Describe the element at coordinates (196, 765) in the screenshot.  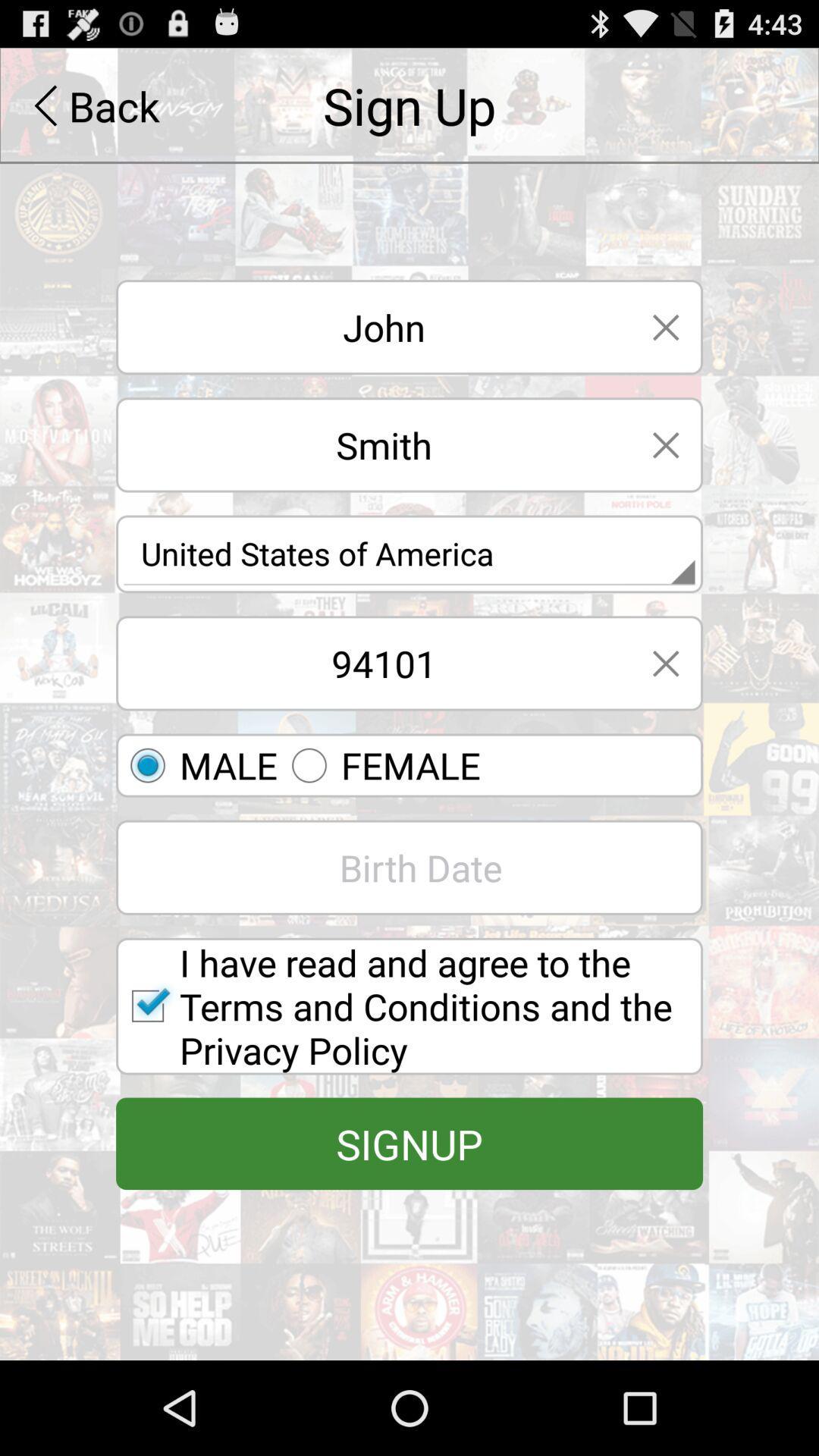
I see `the first option for gender which is above the birth date` at that location.